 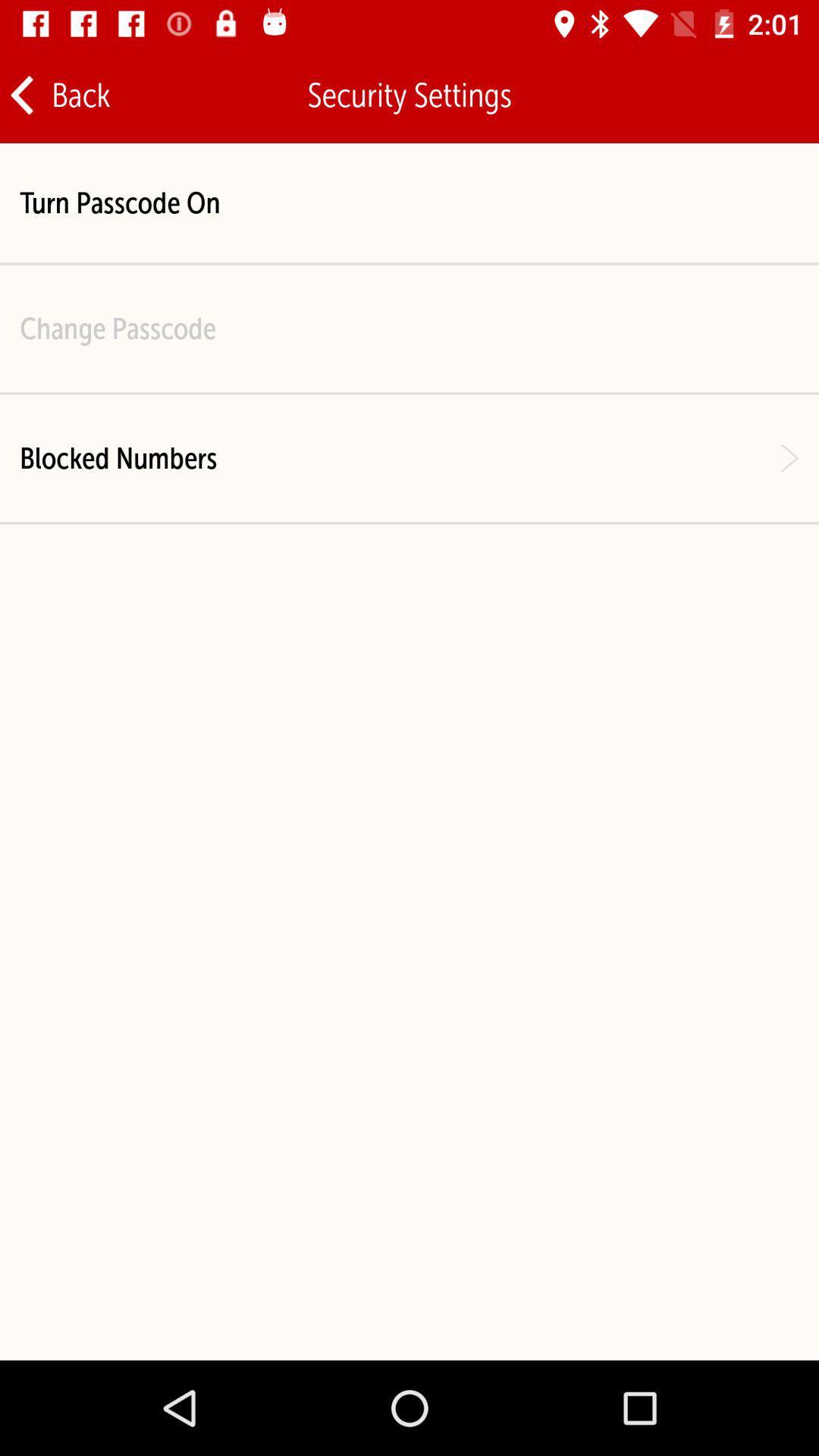 I want to click on the icon to the right of security settings icon, so click(x=759, y=94).